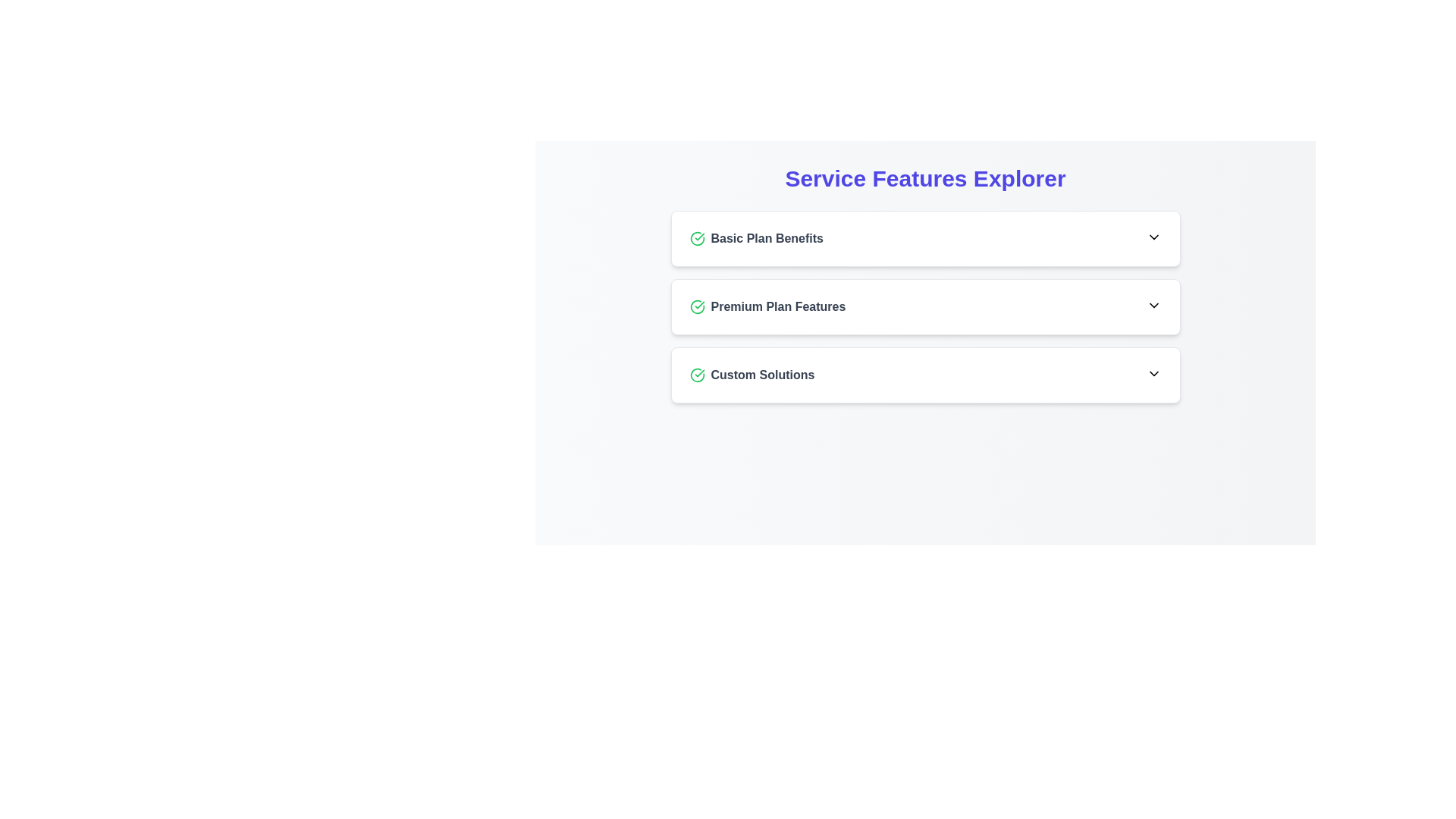 The width and height of the screenshot is (1456, 819). What do you see at coordinates (1153, 237) in the screenshot?
I see `the Chevron Down icon` at bounding box center [1153, 237].